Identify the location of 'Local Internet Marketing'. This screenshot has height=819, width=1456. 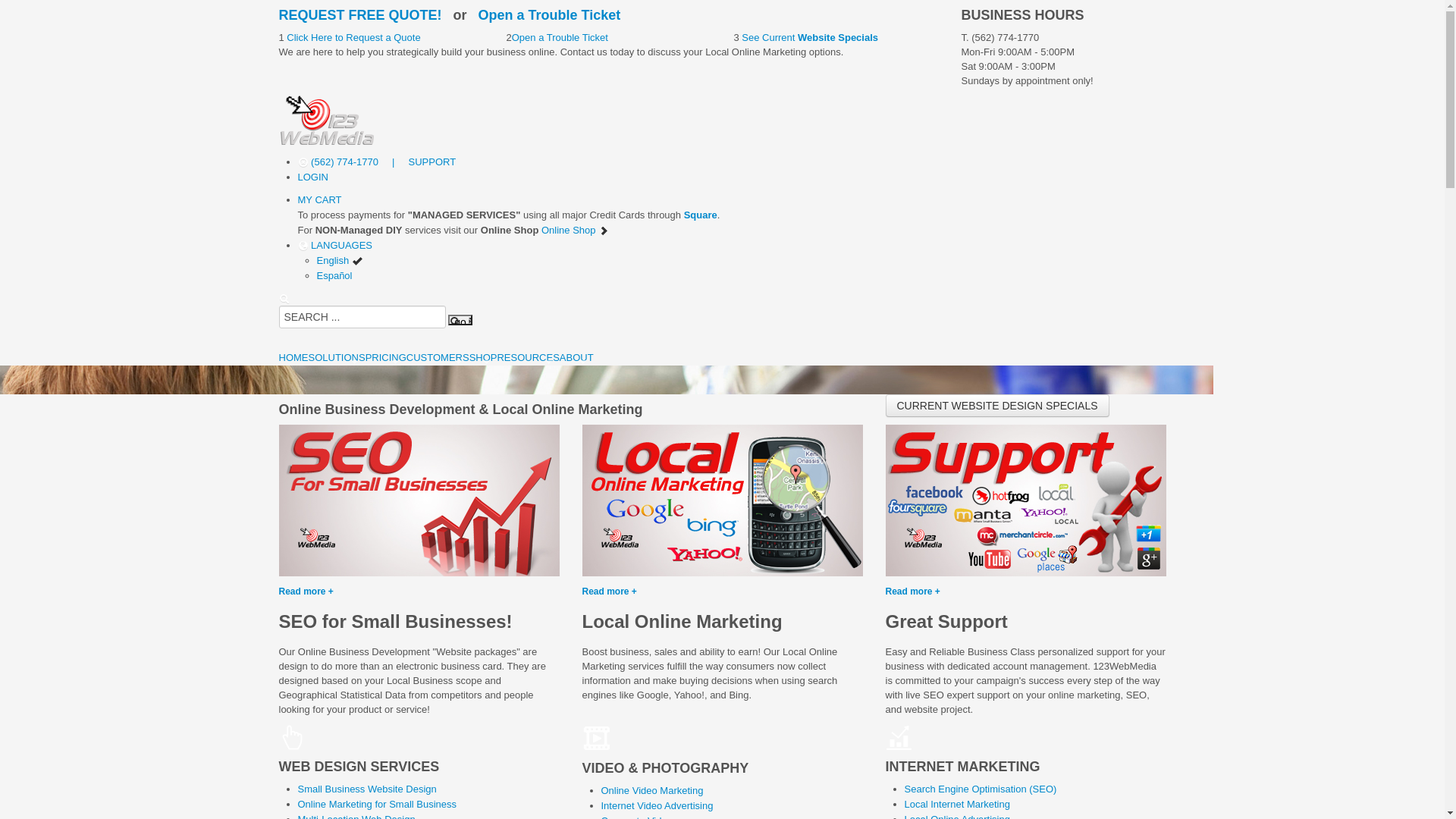
(955, 803).